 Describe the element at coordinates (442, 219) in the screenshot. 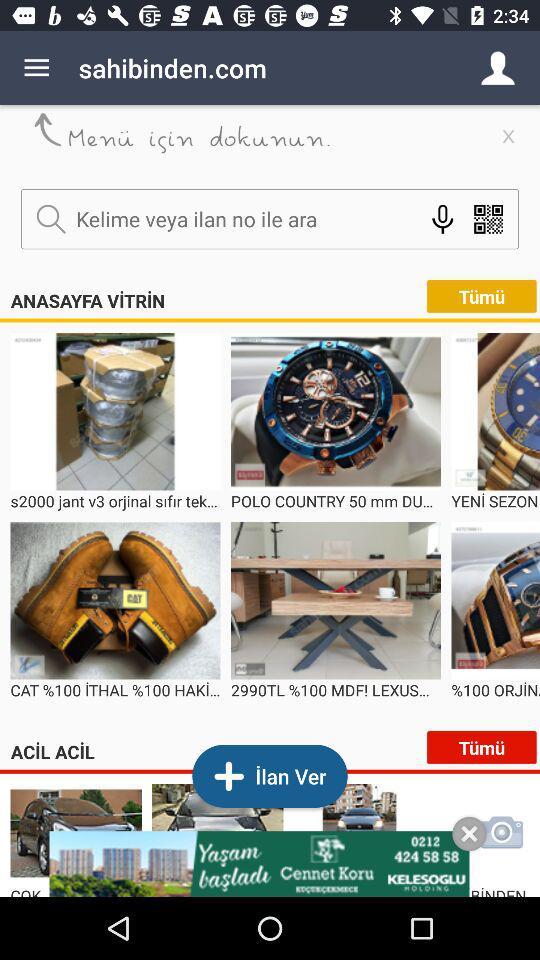

I see `the microphone icon` at that location.